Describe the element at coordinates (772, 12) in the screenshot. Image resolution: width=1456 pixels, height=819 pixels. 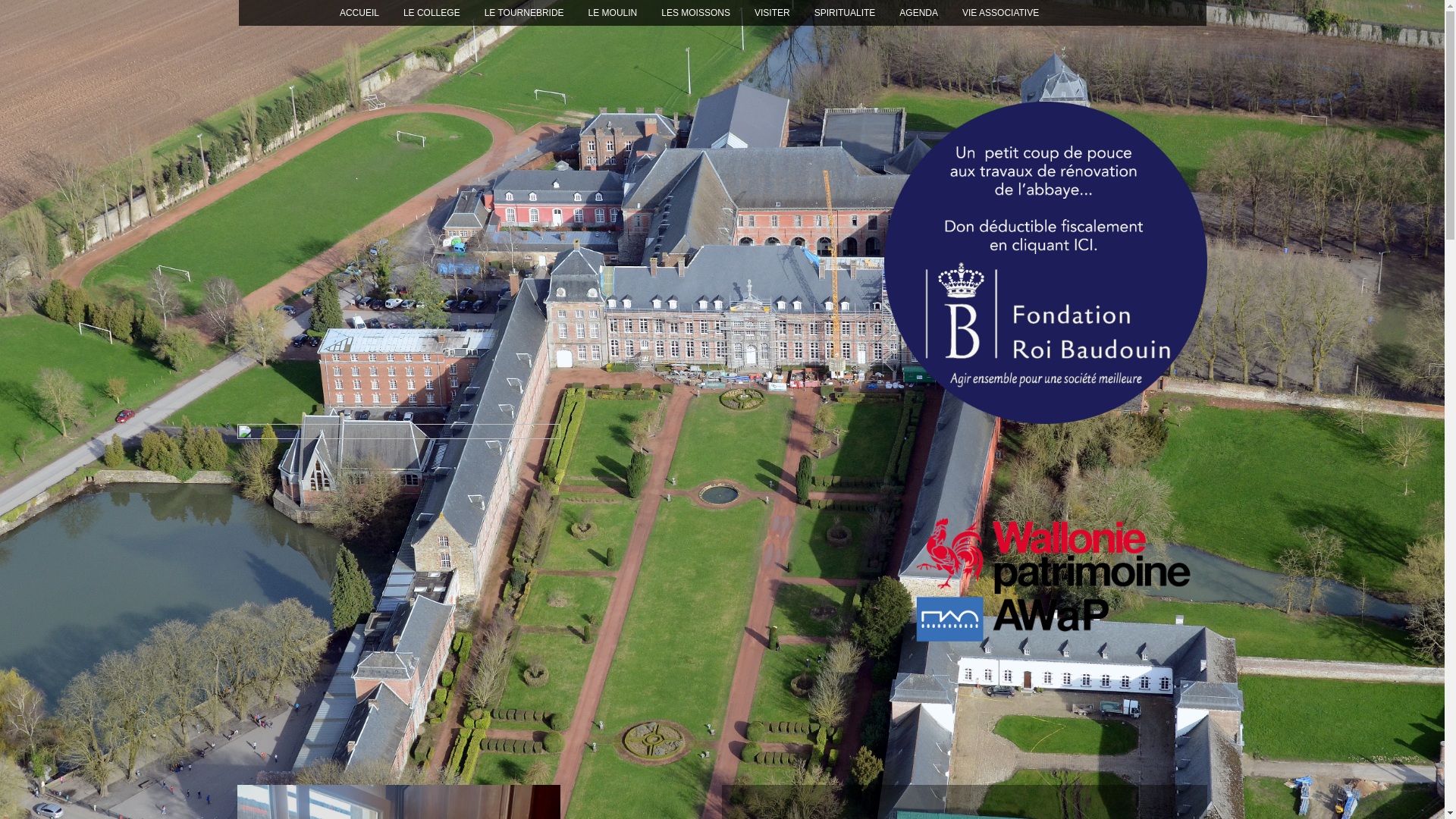
I see `'VISITER'` at that location.